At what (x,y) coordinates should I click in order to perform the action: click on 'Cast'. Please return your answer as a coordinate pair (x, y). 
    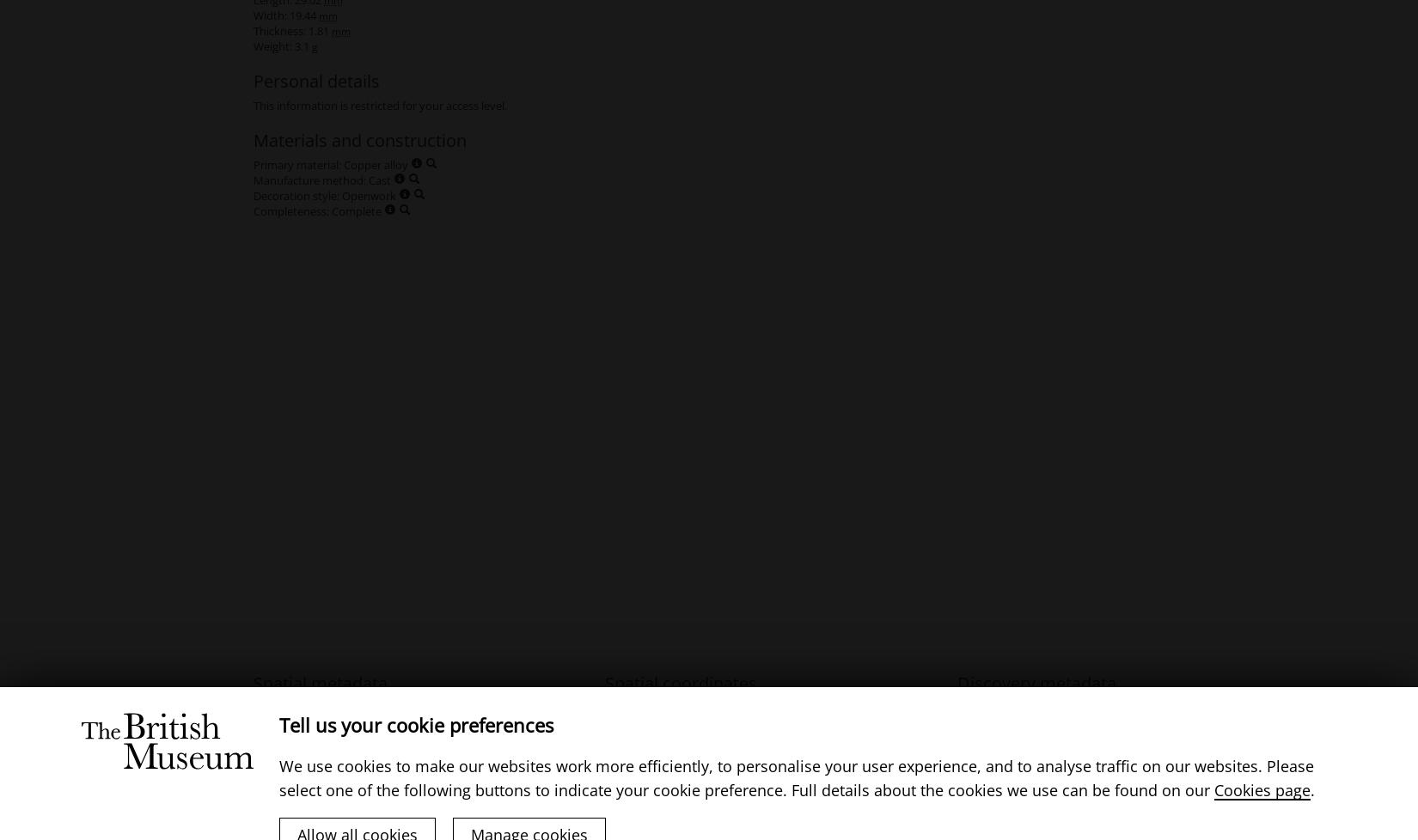
    Looking at the image, I should click on (379, 180).